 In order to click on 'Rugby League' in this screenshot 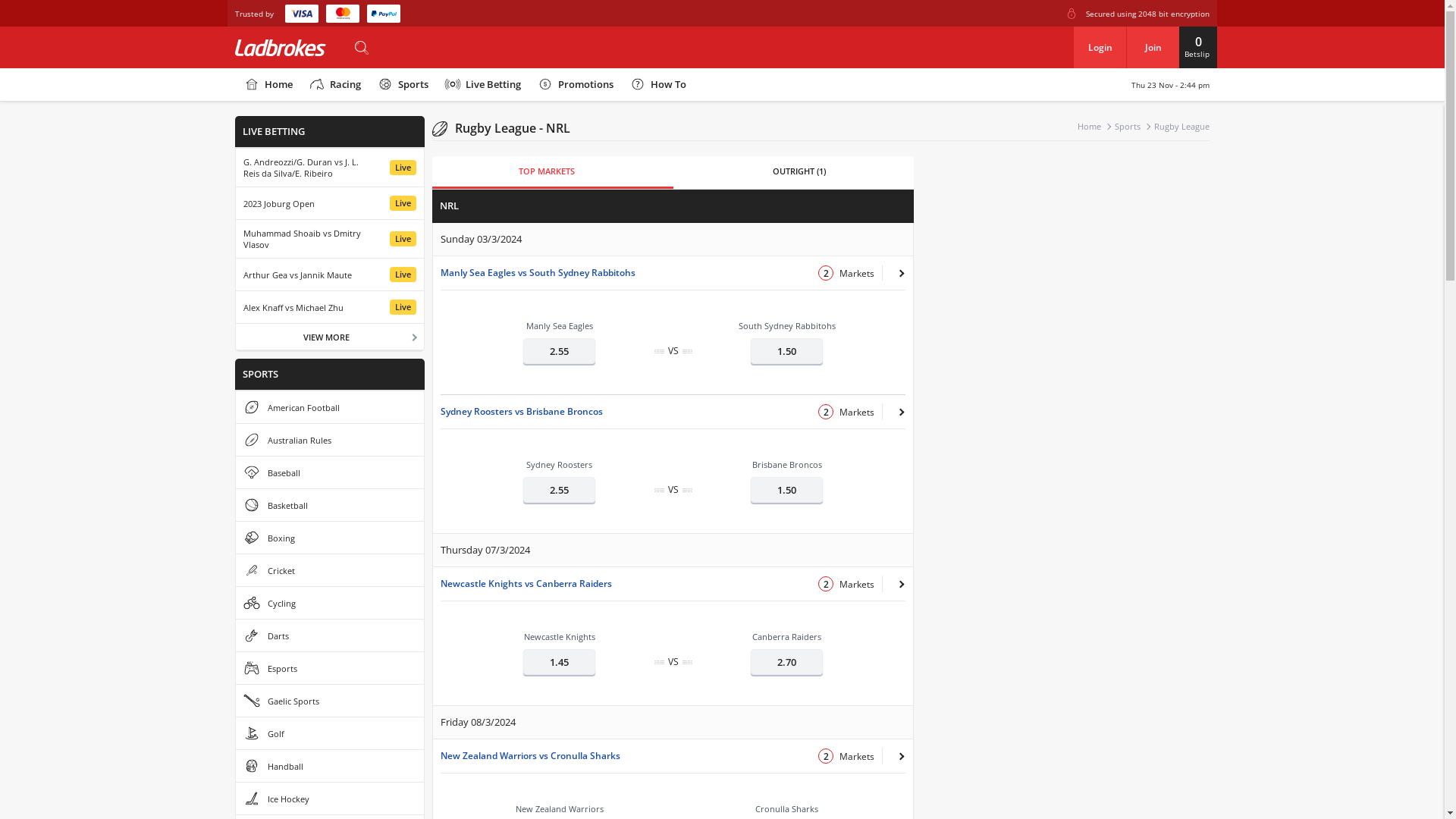, I will do `click(1181, 125)`.